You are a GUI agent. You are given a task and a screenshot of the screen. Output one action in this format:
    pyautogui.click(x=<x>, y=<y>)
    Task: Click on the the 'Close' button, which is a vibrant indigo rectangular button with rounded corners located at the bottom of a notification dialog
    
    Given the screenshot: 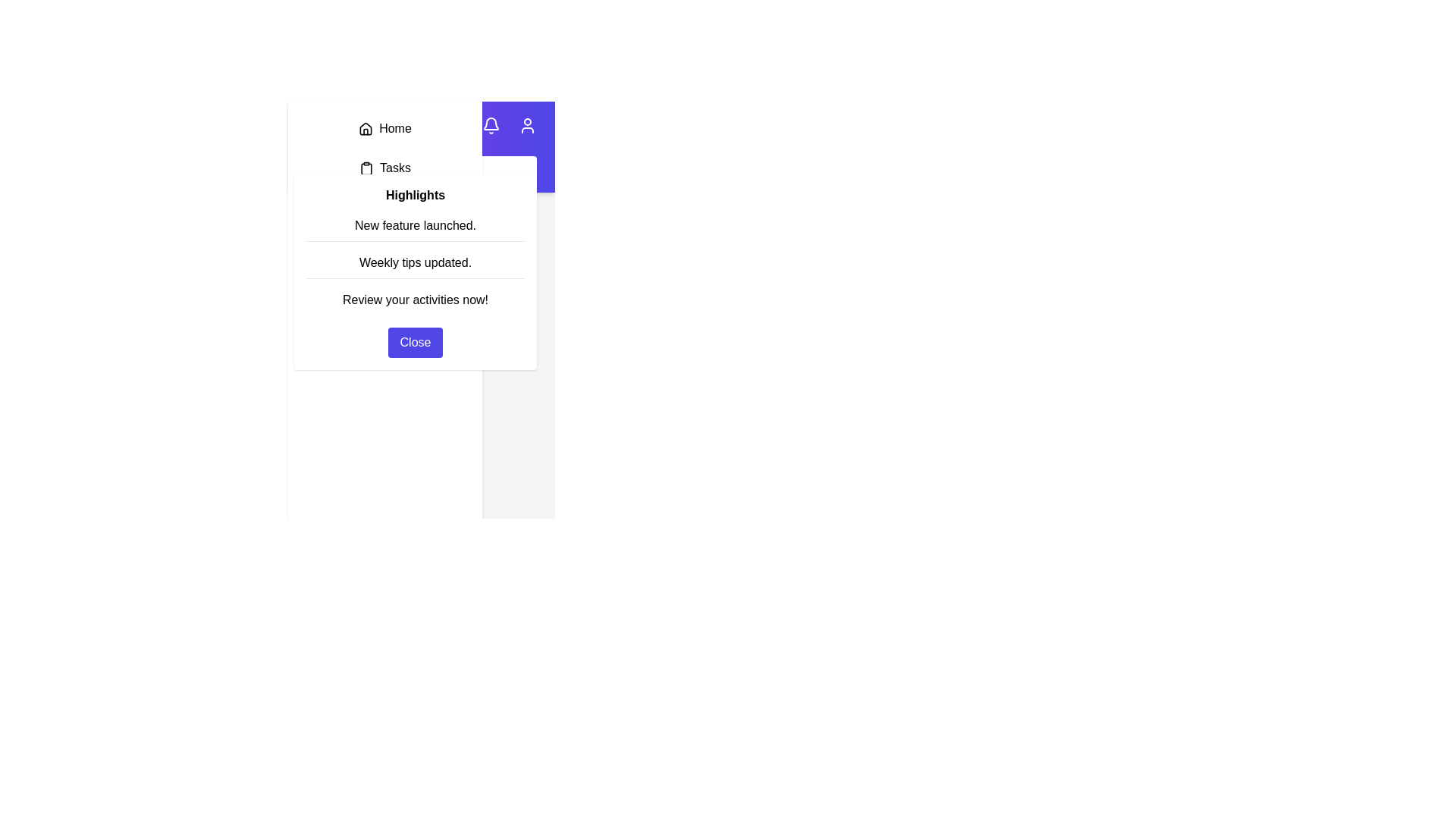 What is the action you would take?
    pyautogui.click(x=415, y=342)
    